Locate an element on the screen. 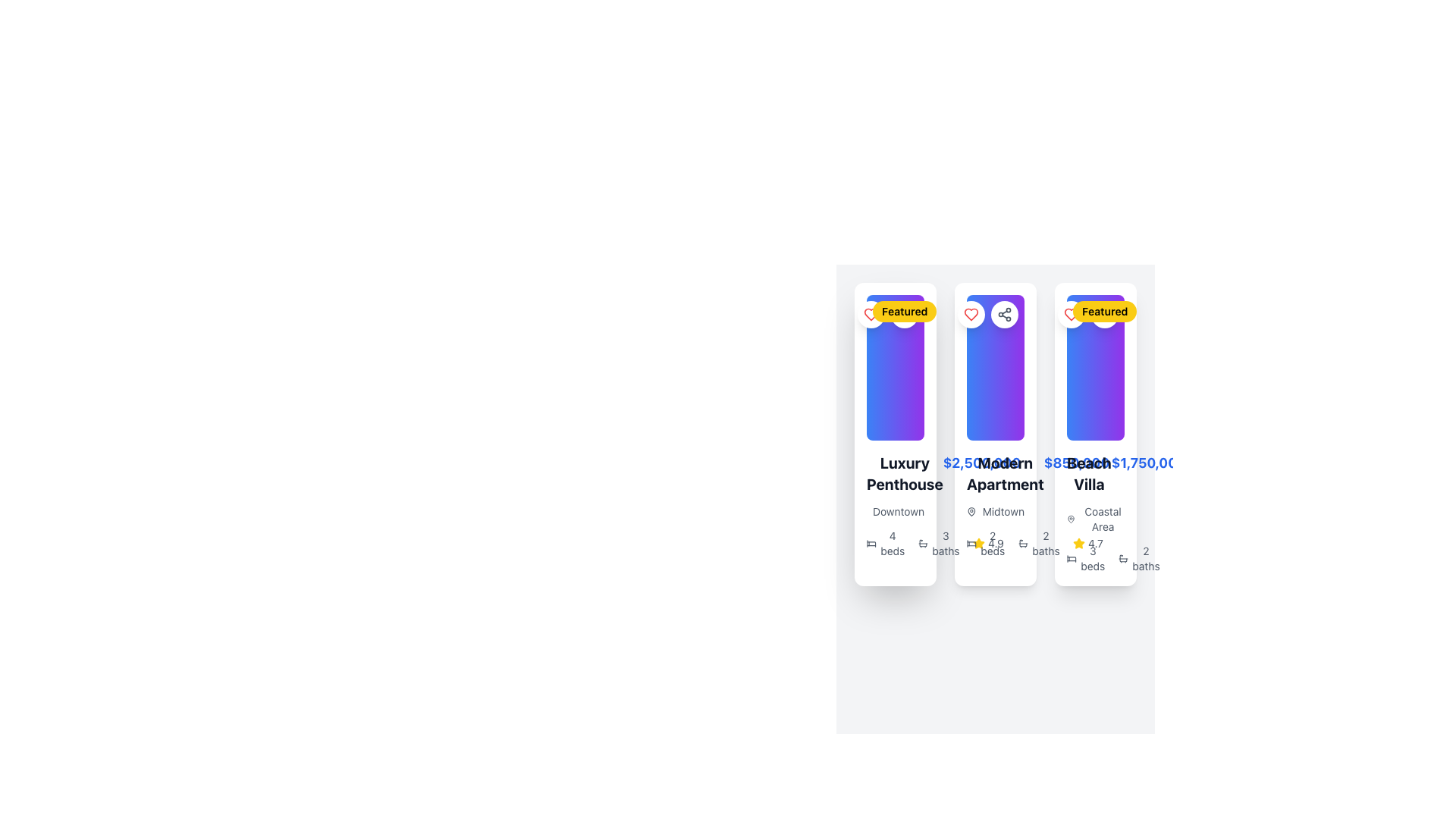  the 'Beach Villa' text label, which is displayed in bold, extra-large dark gray font on a white background, located below the price label '$1,750,000' in the third card of a horizontal list is located at coordinates (1088, 472).